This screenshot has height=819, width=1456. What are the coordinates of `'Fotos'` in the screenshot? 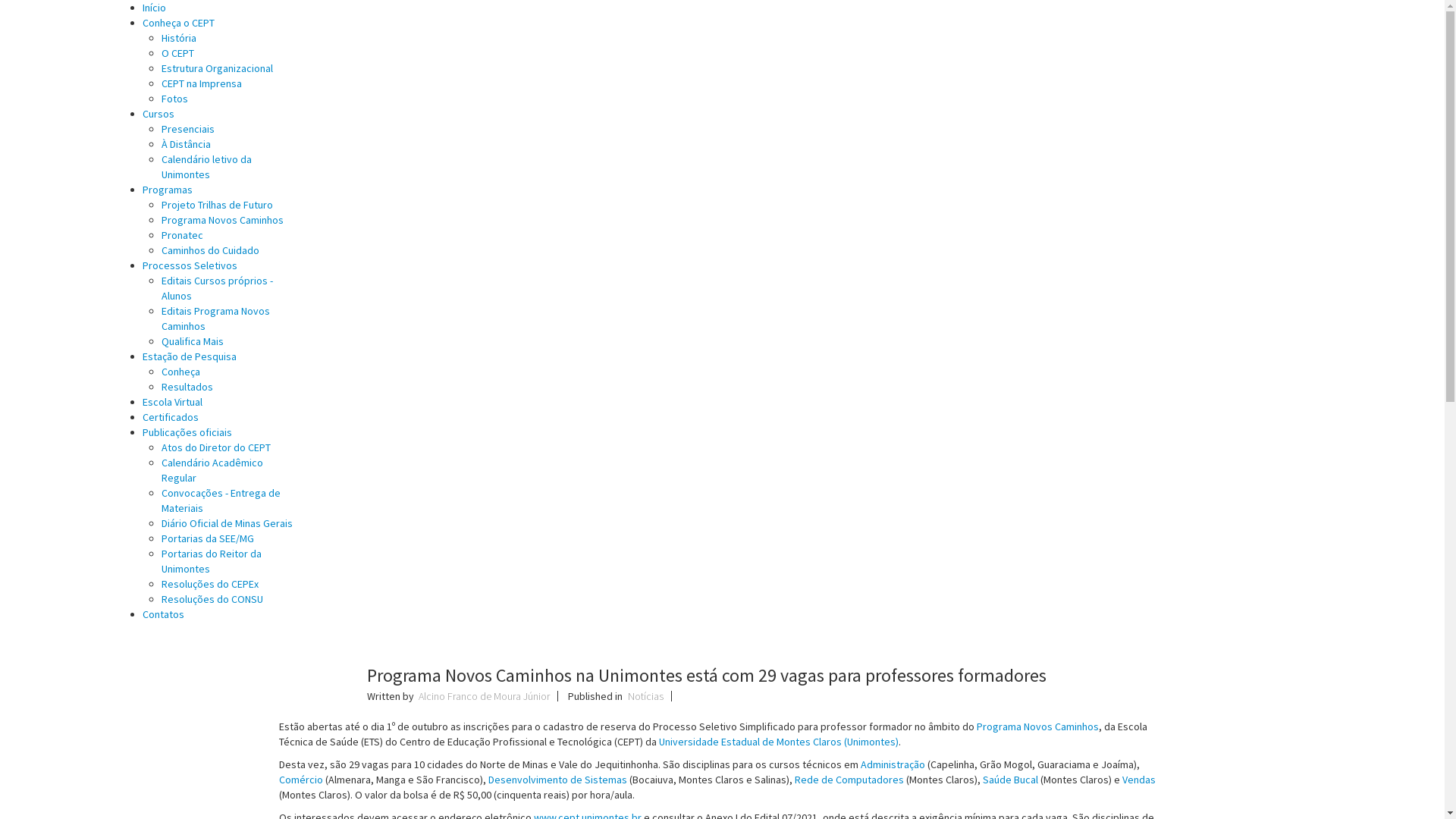 It's located at (174, 99).